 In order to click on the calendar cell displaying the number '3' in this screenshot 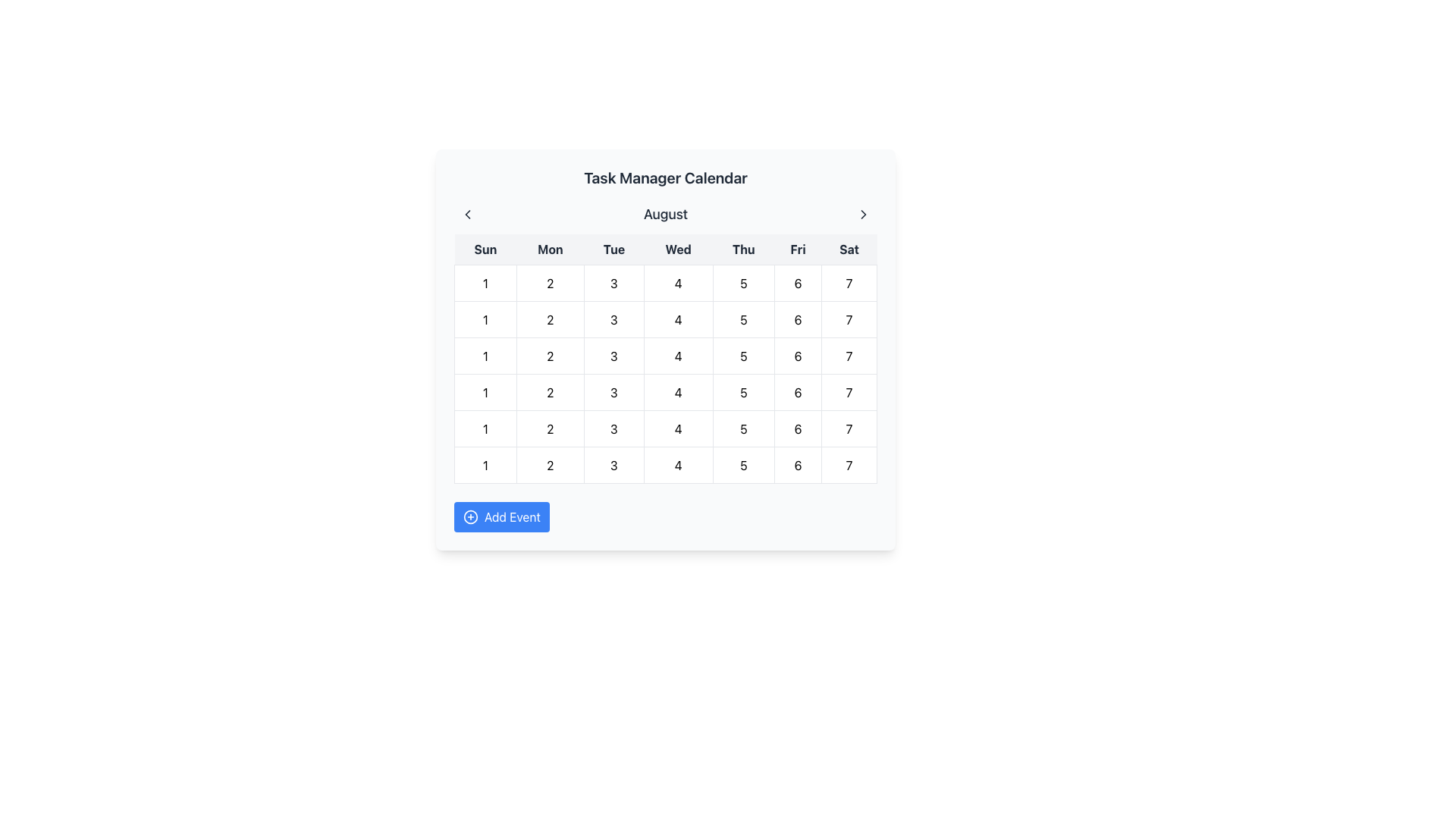, I will do `click(613, 318)`.